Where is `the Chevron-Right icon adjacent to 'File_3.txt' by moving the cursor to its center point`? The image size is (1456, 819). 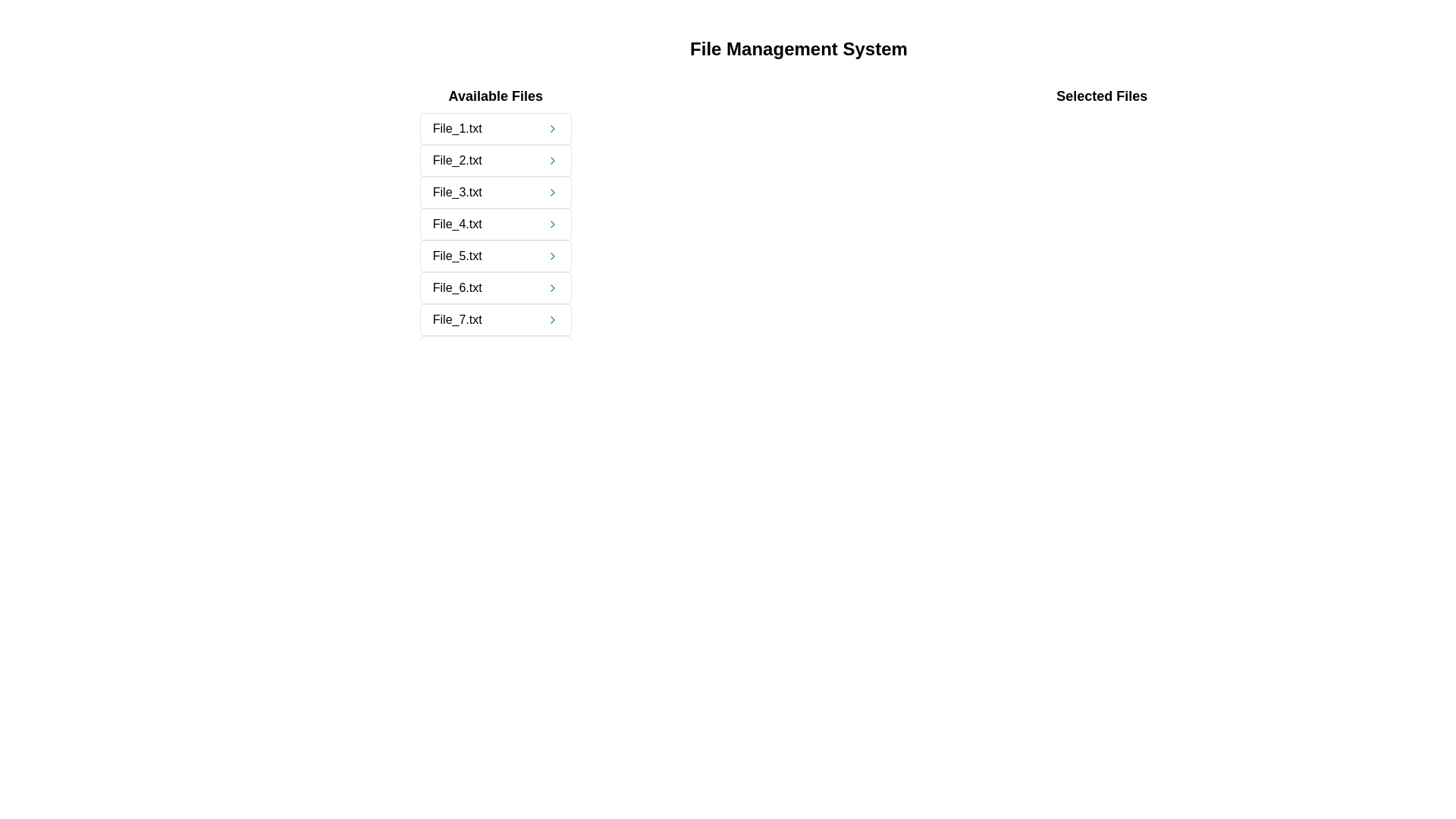 the Chevron-Right icon adjacent to 'File_3.txt' by moving the cursor to its center point is located at coordinates (551, 192).